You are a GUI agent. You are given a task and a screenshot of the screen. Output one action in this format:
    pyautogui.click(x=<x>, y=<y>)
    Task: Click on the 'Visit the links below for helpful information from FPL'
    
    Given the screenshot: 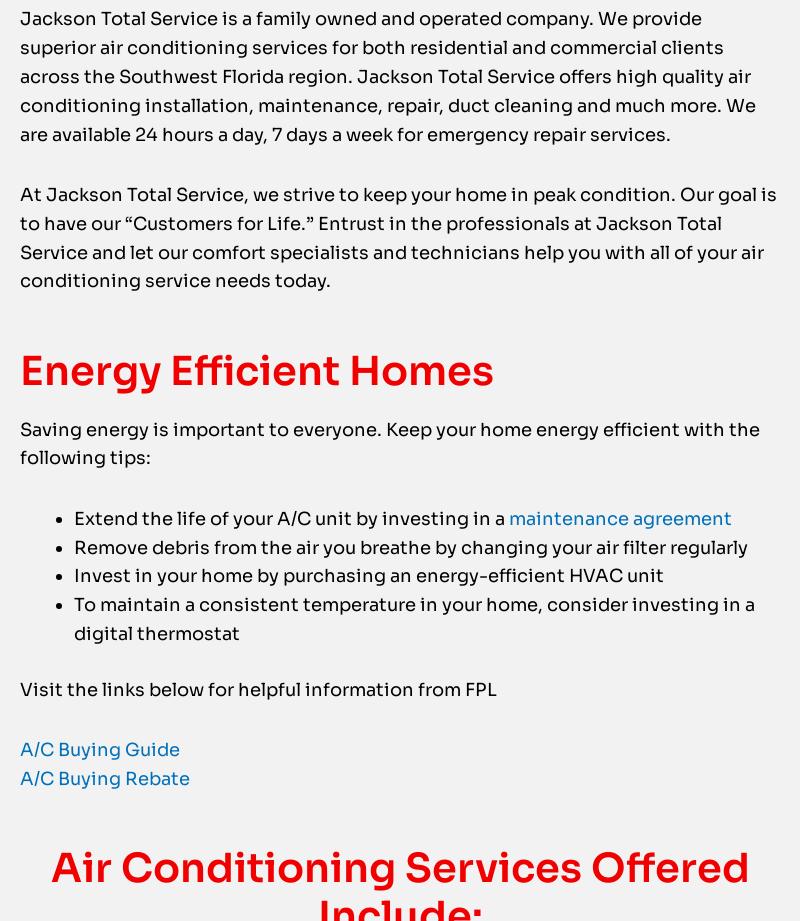 What is the action you would take?
    pyautogui.click(x=257, y=729)
    